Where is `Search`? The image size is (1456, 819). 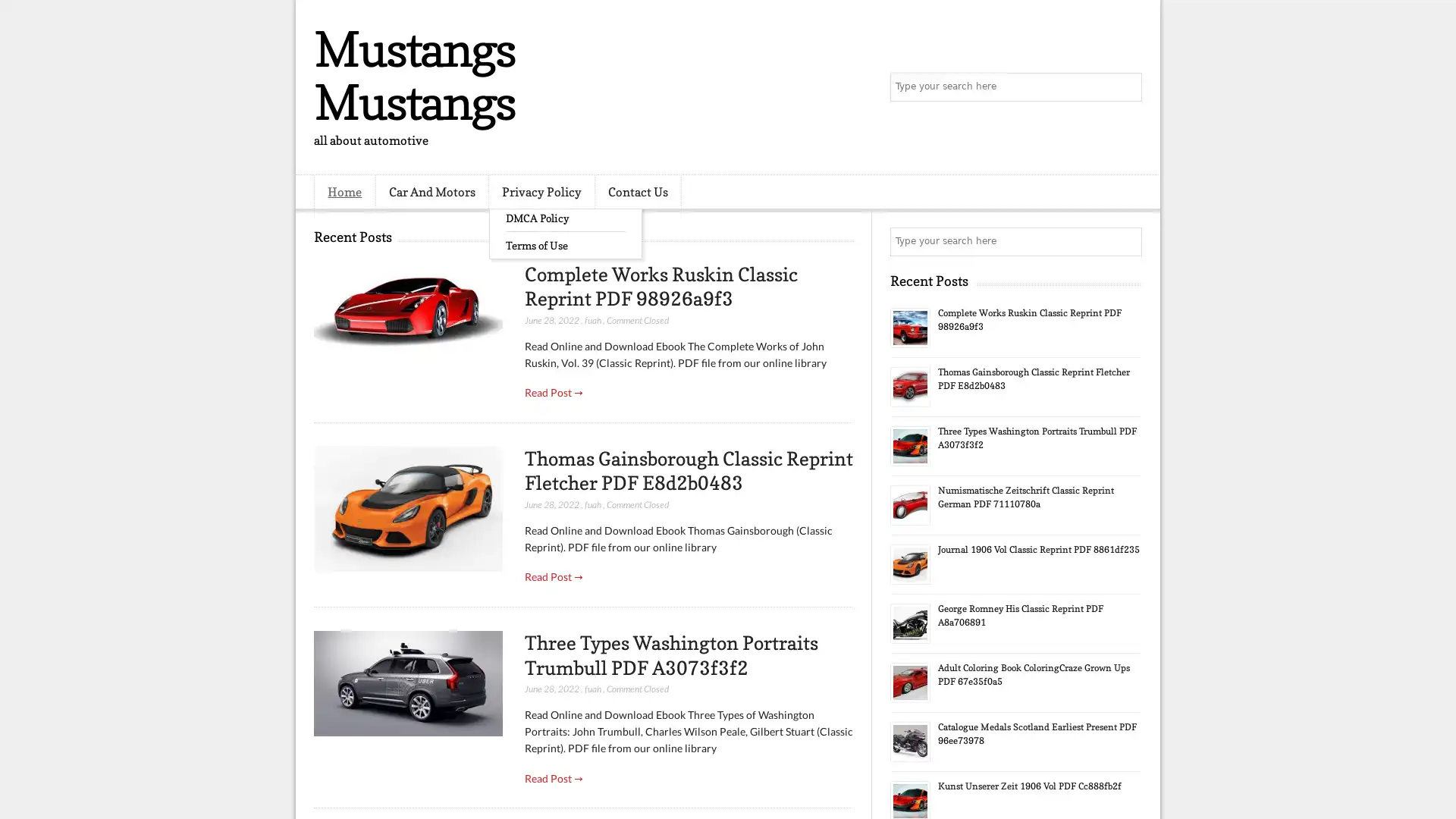 Search is located at coordinates (1126, 241).